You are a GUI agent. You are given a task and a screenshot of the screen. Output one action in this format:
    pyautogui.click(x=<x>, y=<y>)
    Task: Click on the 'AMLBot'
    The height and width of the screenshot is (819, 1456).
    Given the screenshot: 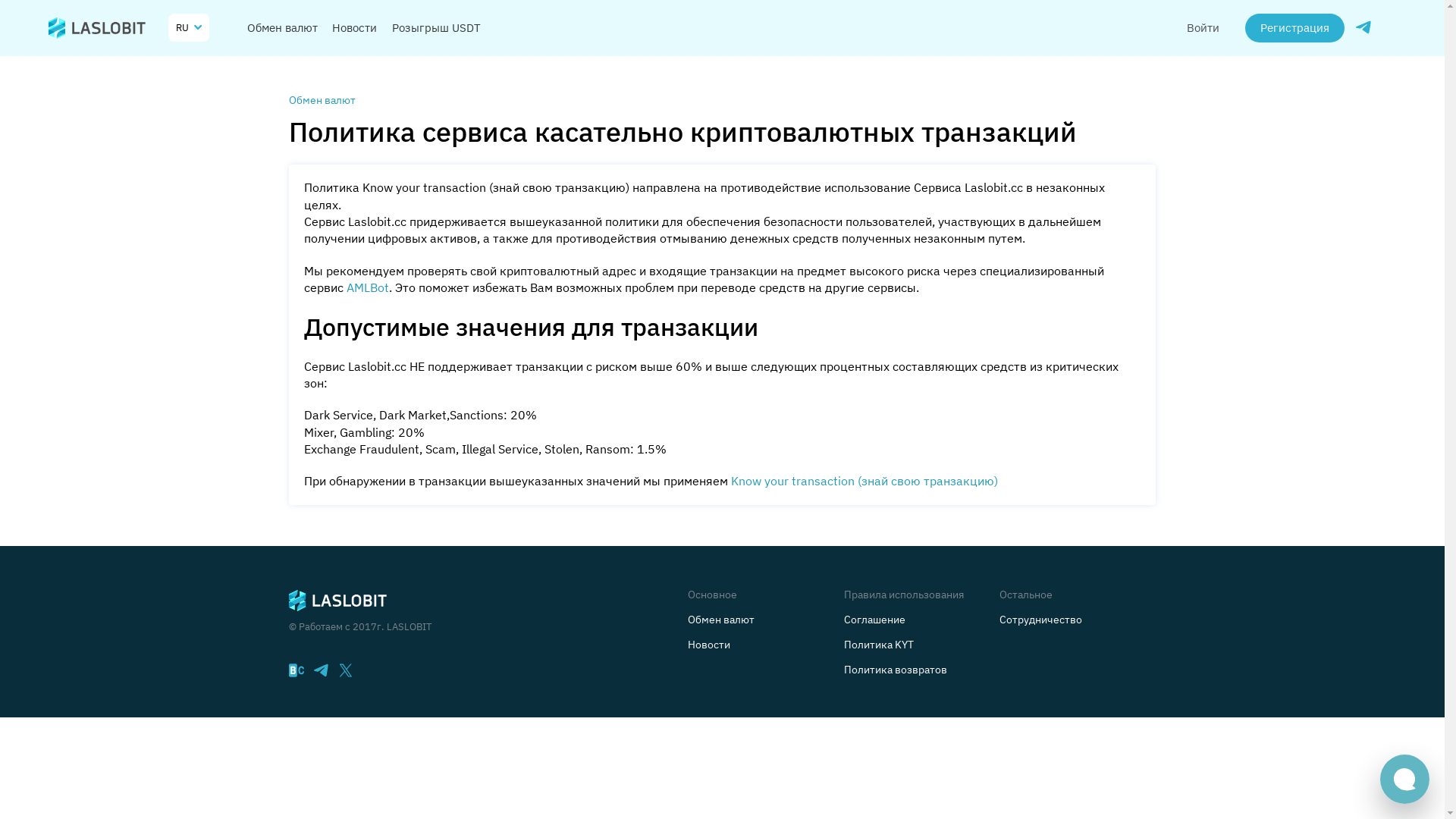 What is the action you would take?
    pyautogui.click(x=348, y=290)
    